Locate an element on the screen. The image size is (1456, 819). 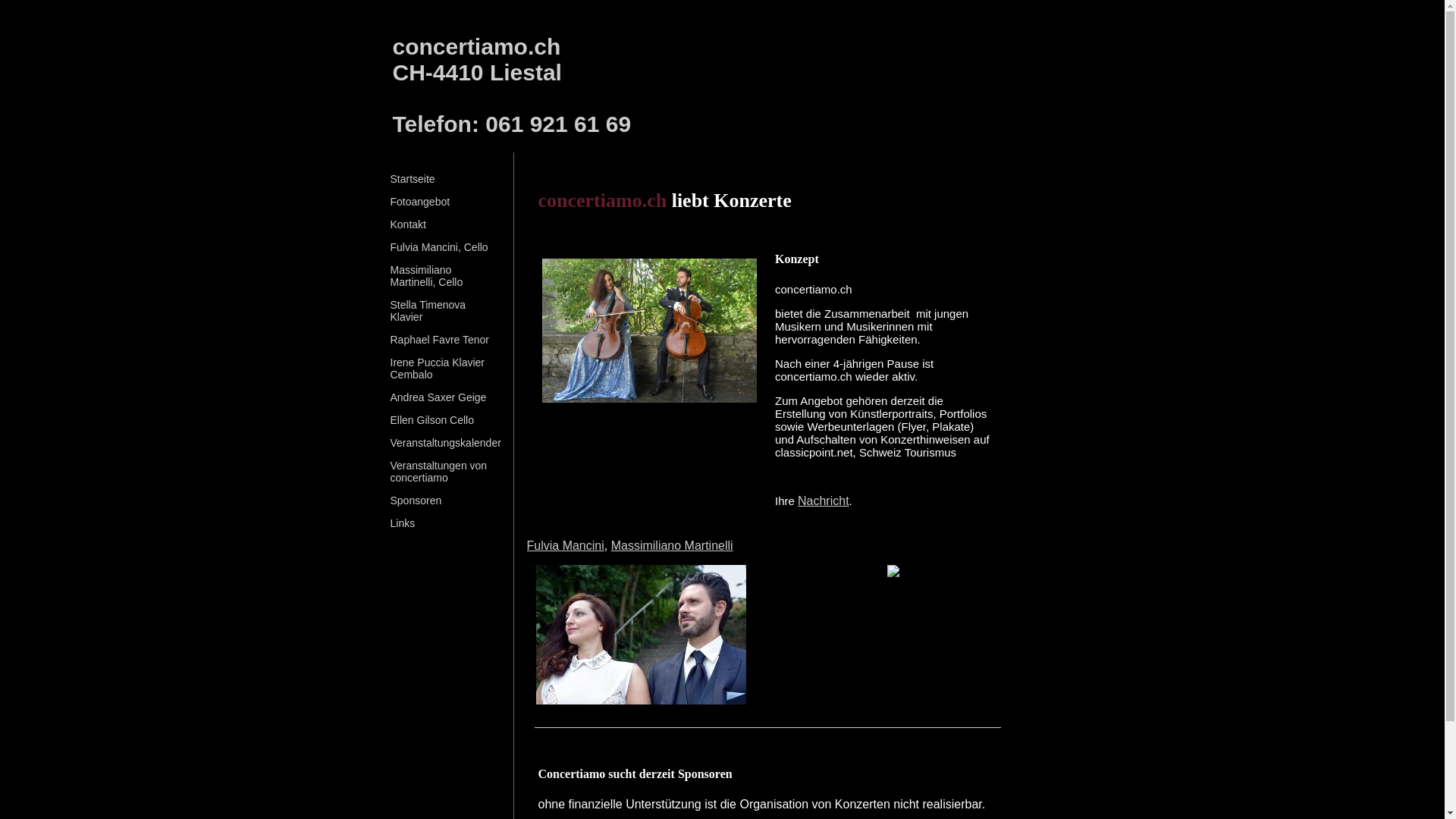
'Massimiliano Martinelli, Cello' is located at coordinates (425, 281).